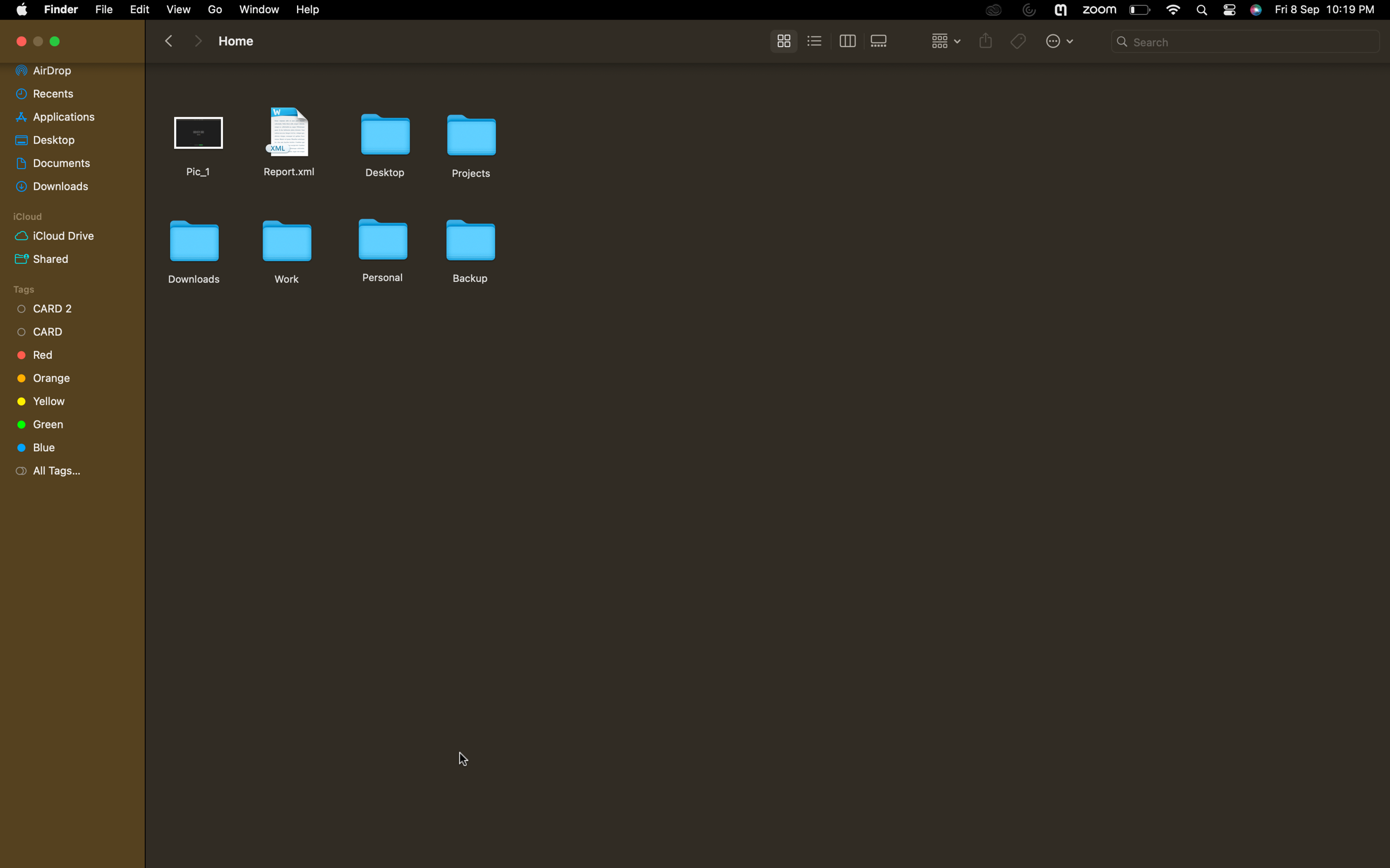  Describe the element at coordinates (68, 160) in the screenshot. I see `the "documents" directory and choose every file present in it` at that location.